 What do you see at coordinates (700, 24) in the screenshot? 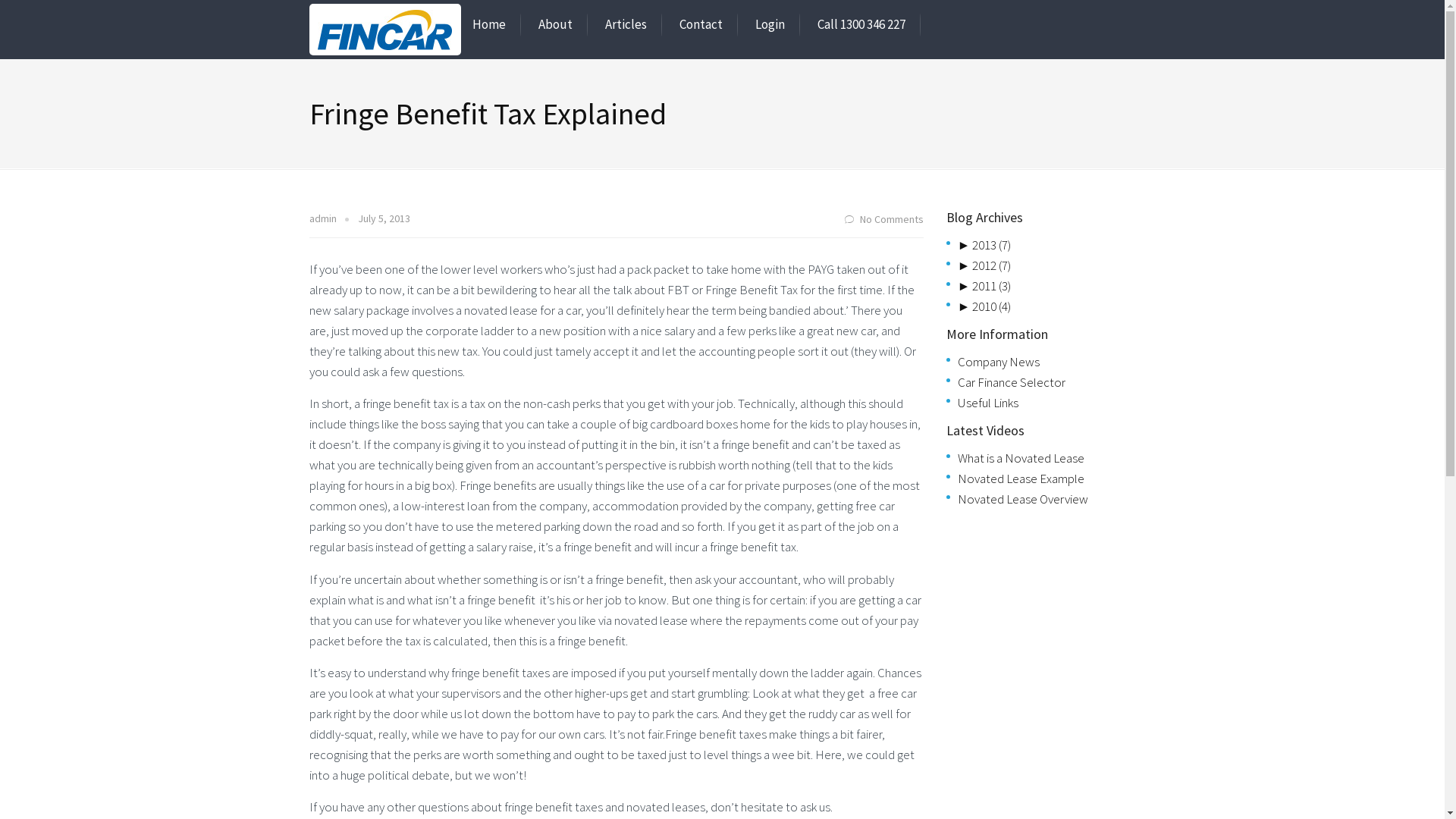
I see `'Contact'` at bounding box center [700, 24].